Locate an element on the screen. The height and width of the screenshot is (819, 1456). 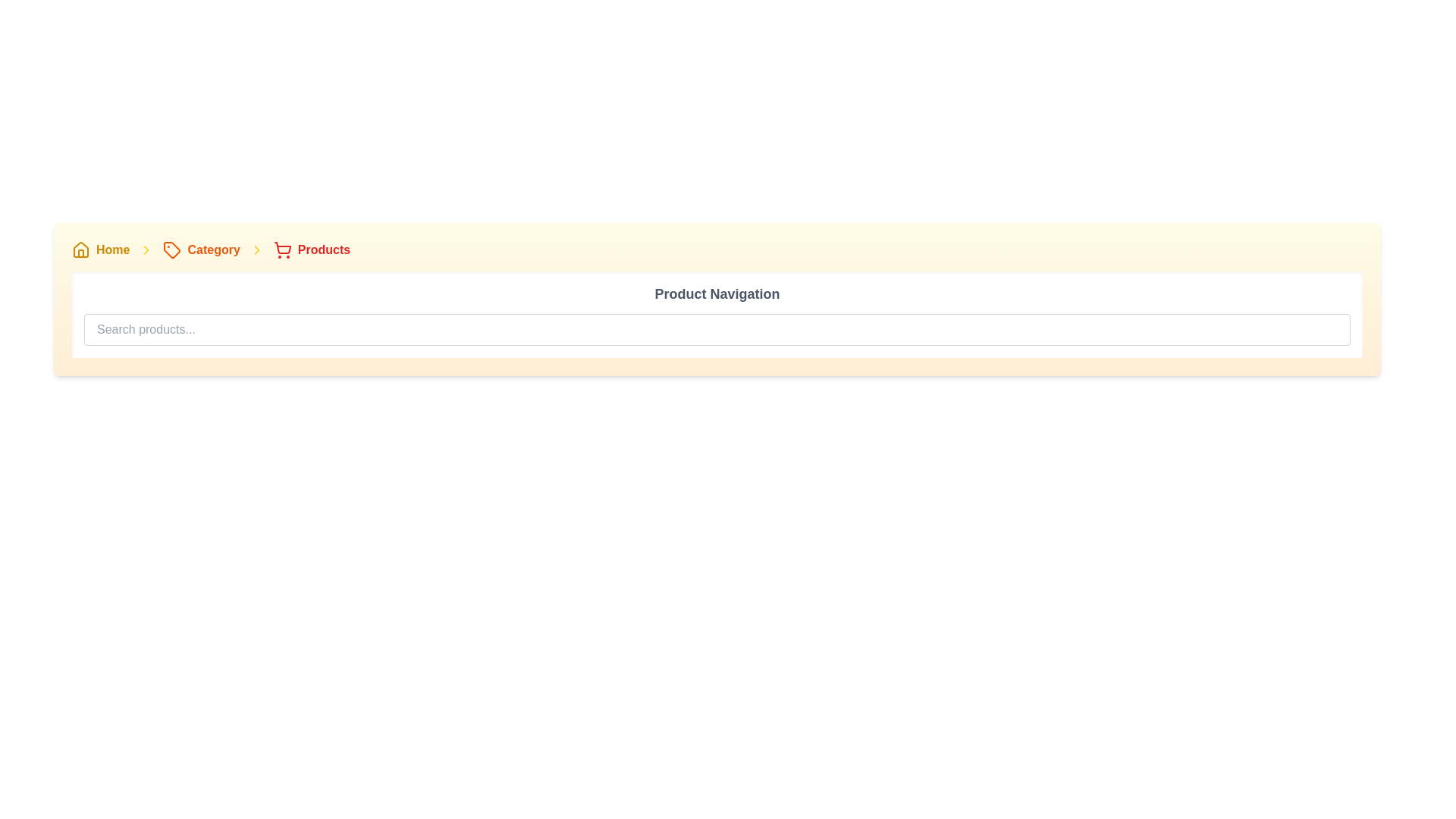
'Products' breadcrumb navigation item, which features a red bold label and a shopping cart icon, positioned as the third item in the breadcrumb trail is located at coordinates (311, 249).